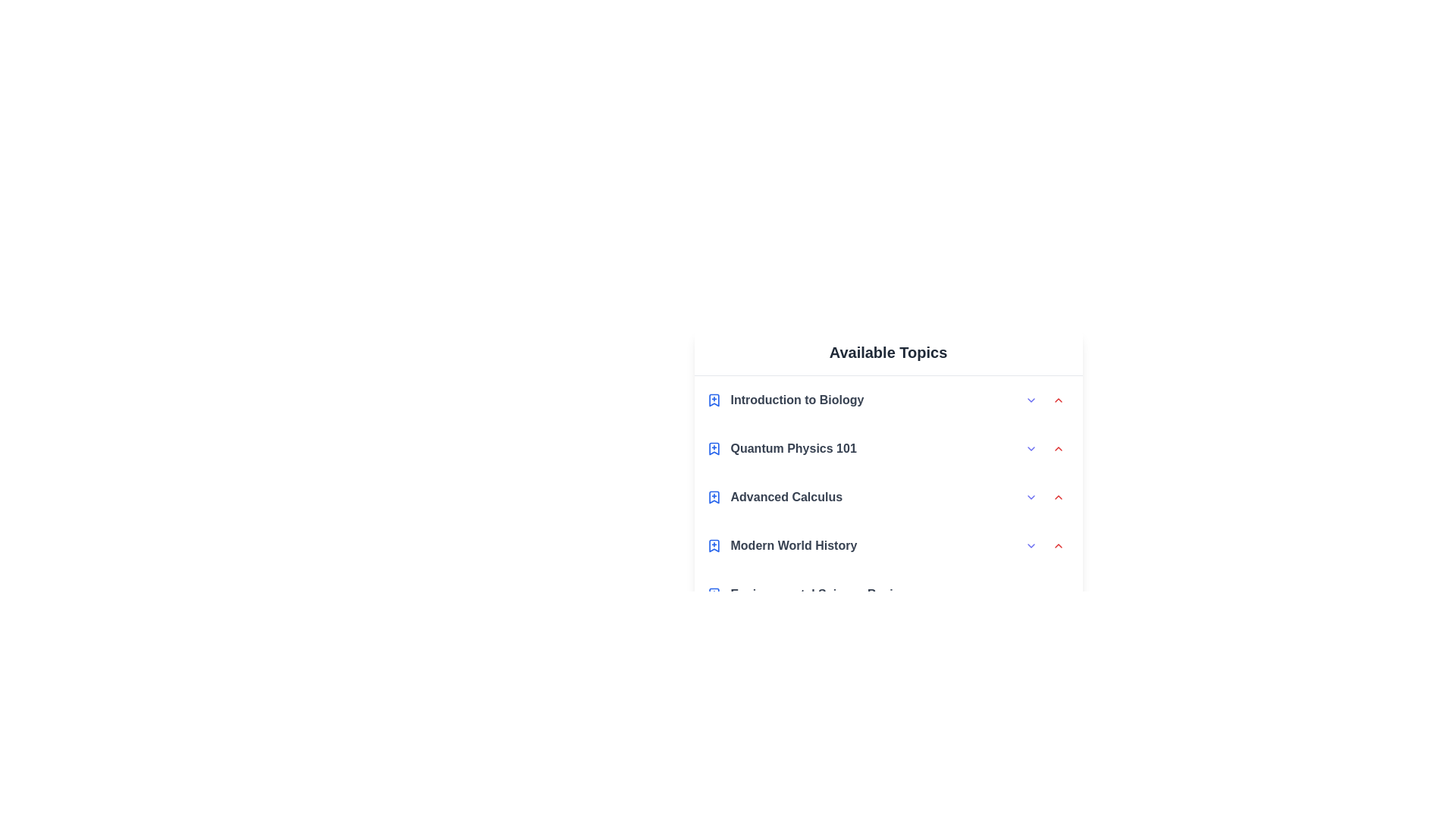 This screenshot has width=1456, height=819. I want to click on the topic Advanced Calculus to highlight it, so click(888, 497).